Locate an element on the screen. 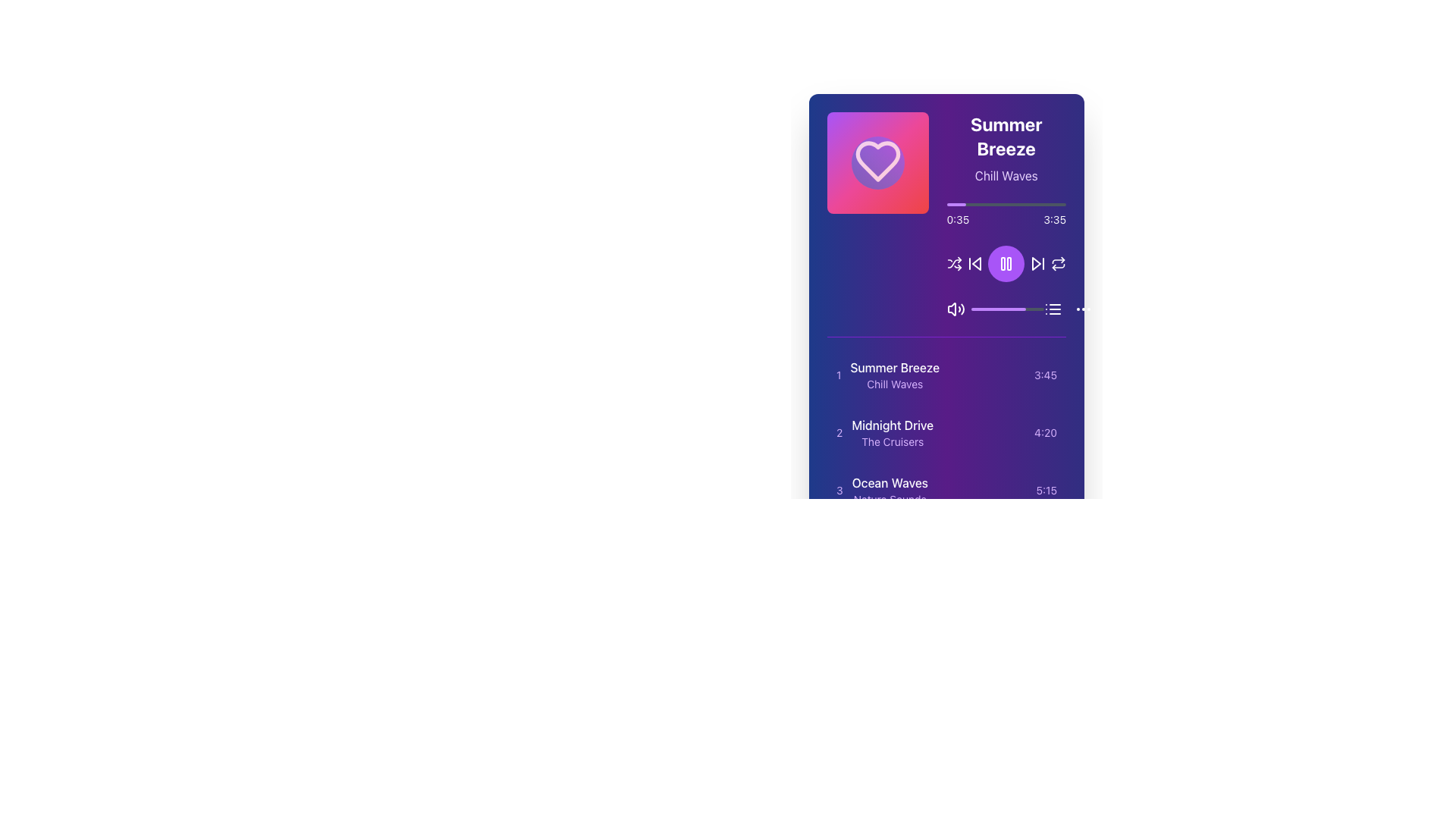 The width and height of the screenshot is (1456, 819). the text label displaying the duration of the song 'Midnight Drive', positioned to the far right of the entry is located at coordinates (1045, 432).